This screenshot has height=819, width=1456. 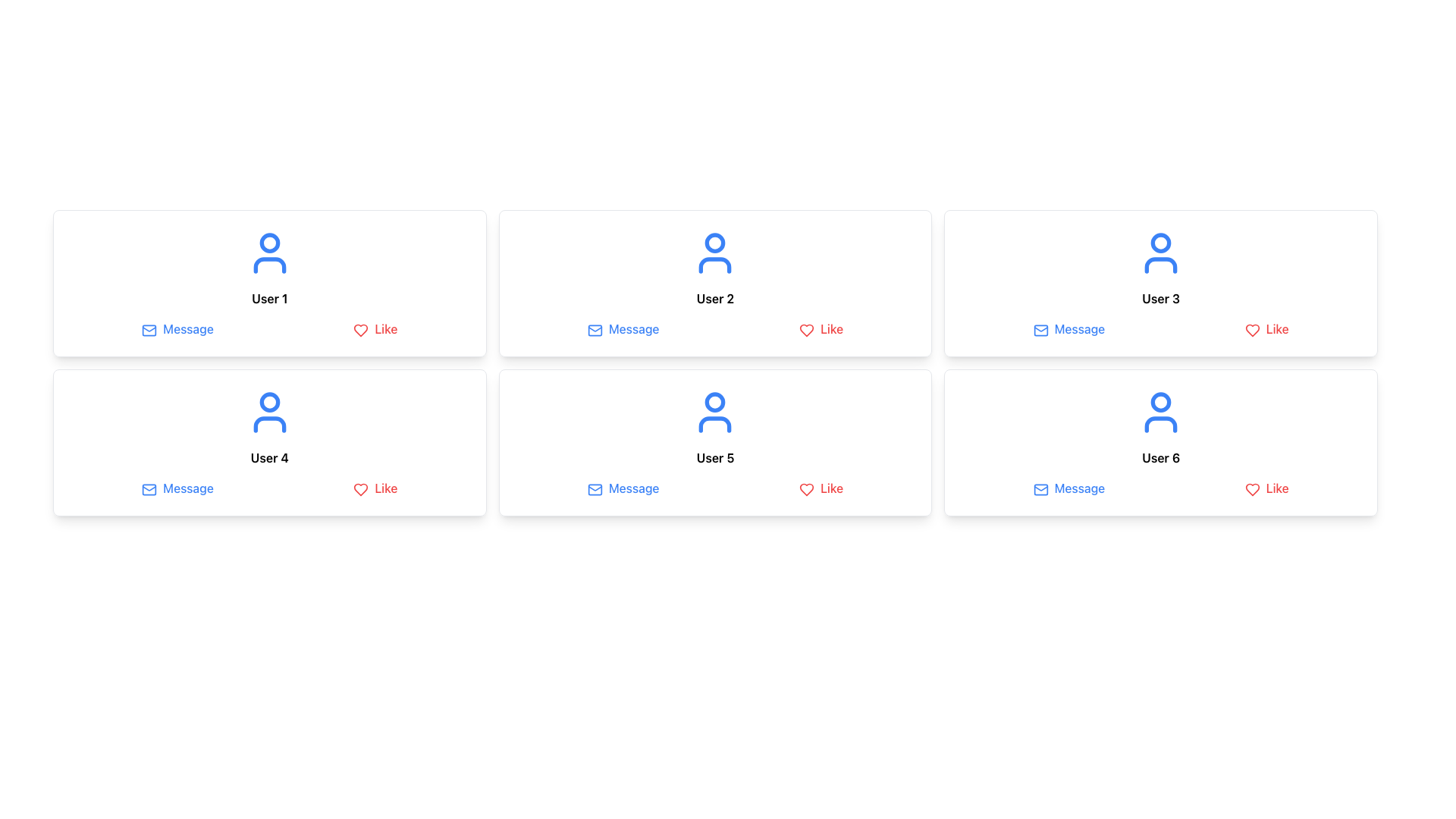 I want to click on the 'like' button located in the 'Like' section of 'User 3's profile card, so click(x=1266, y=328).